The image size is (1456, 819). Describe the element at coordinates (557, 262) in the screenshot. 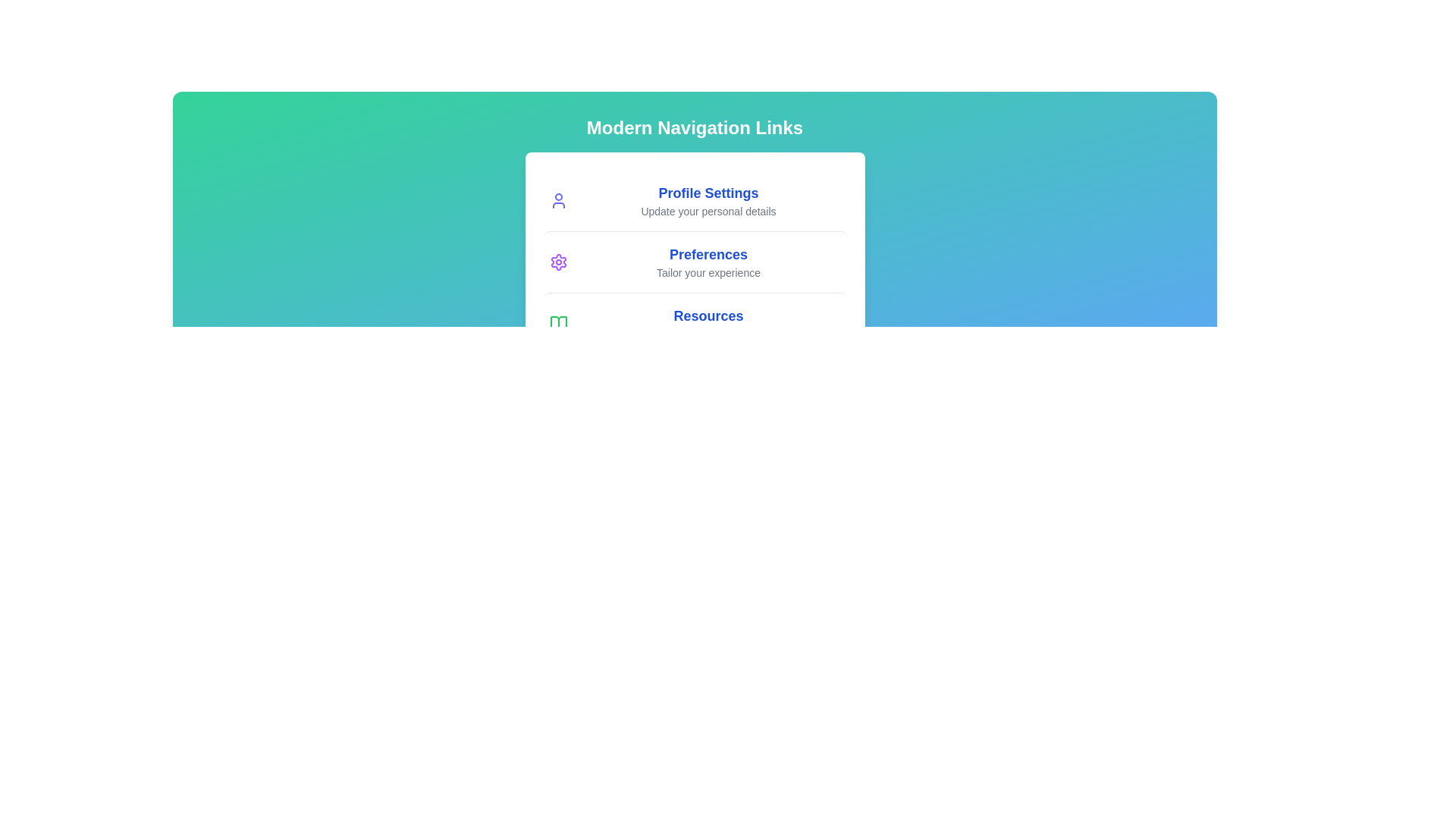

I see `the cogwheel-shaped icon with a purple outline that represents settings, located next to the 'Preferences' label and above the 'Resources' label` at that location.